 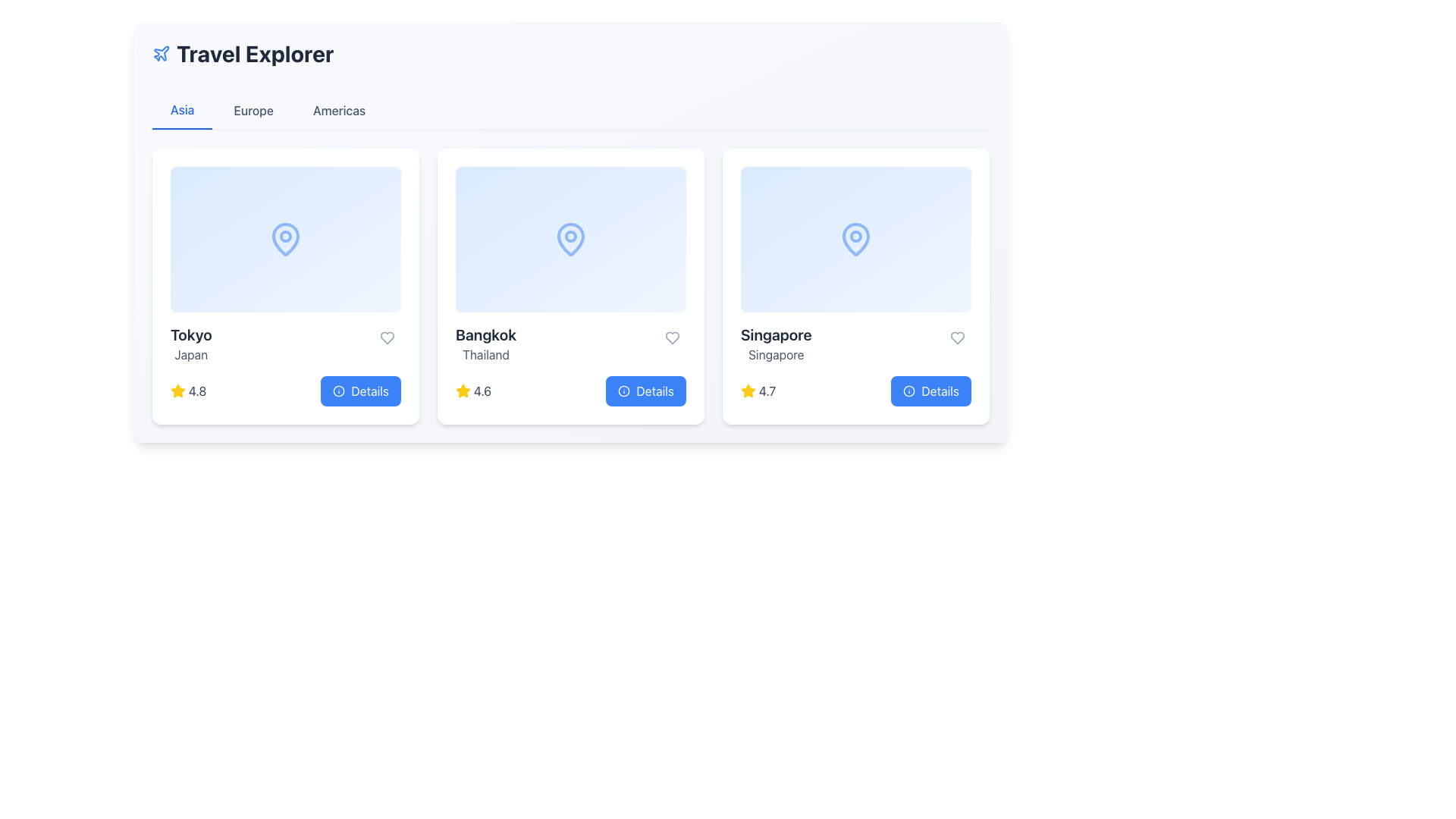 I want to click on the text element displaying '4.8' in a dark slate-colored font, located inside a card layout under the heading 'Tokyo Japan', adjacent to a yellow star icon, so click(x=196, y=391).